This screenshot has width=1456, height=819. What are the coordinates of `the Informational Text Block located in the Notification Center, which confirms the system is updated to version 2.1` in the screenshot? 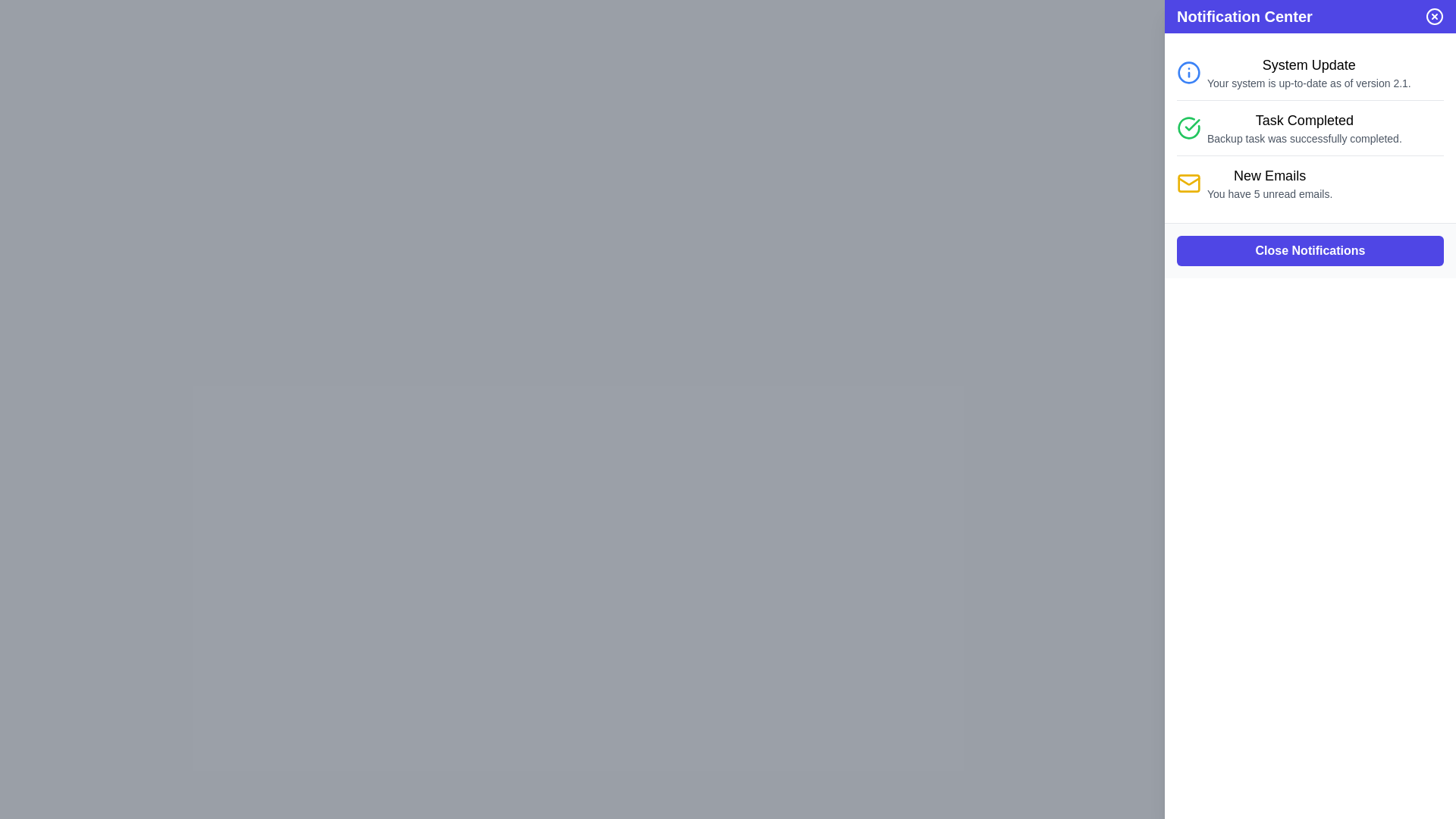 It's located at (1308, 73).